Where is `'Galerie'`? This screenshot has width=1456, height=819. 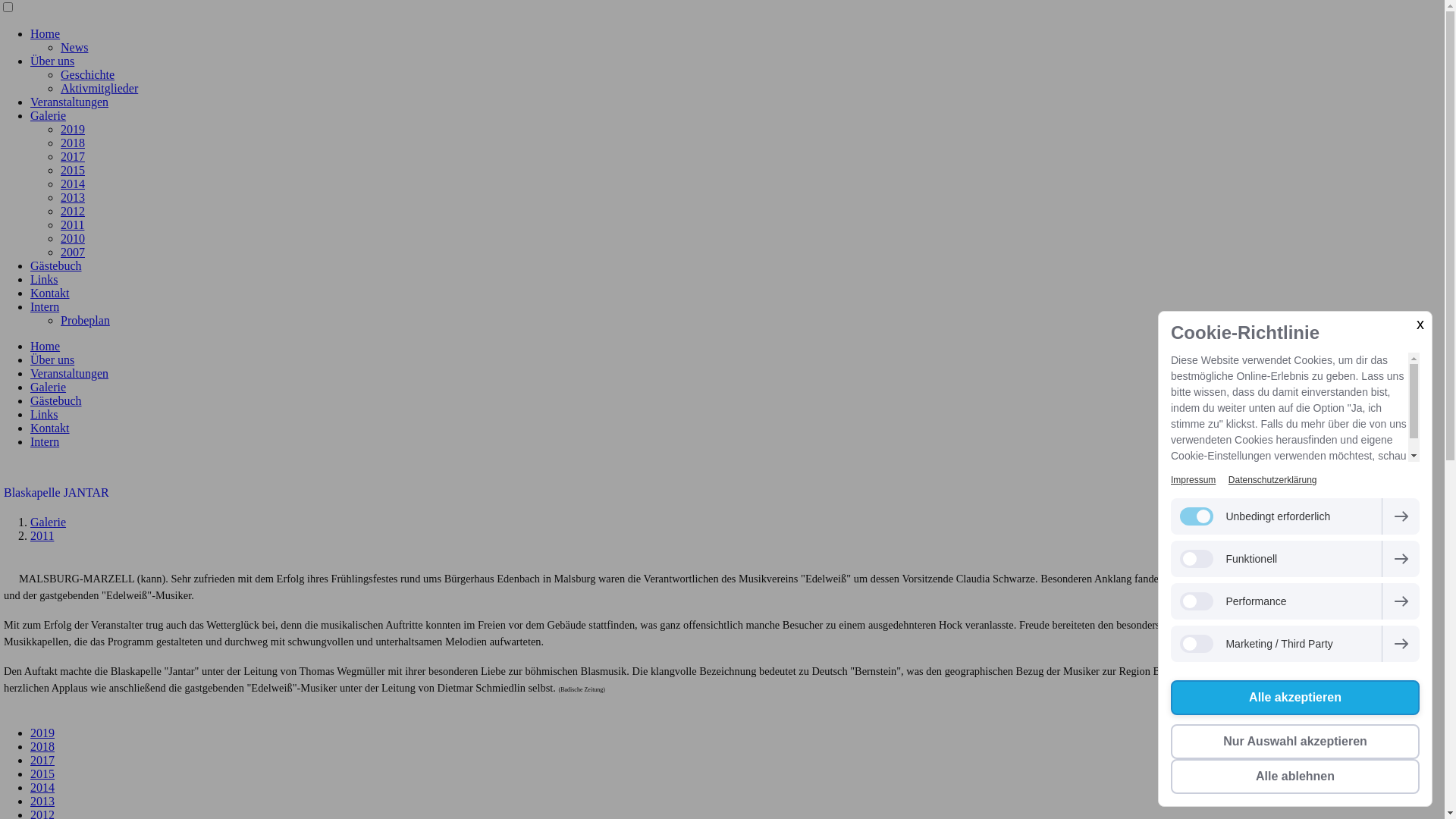 'Galerie' is located at coordinates (48, 521).